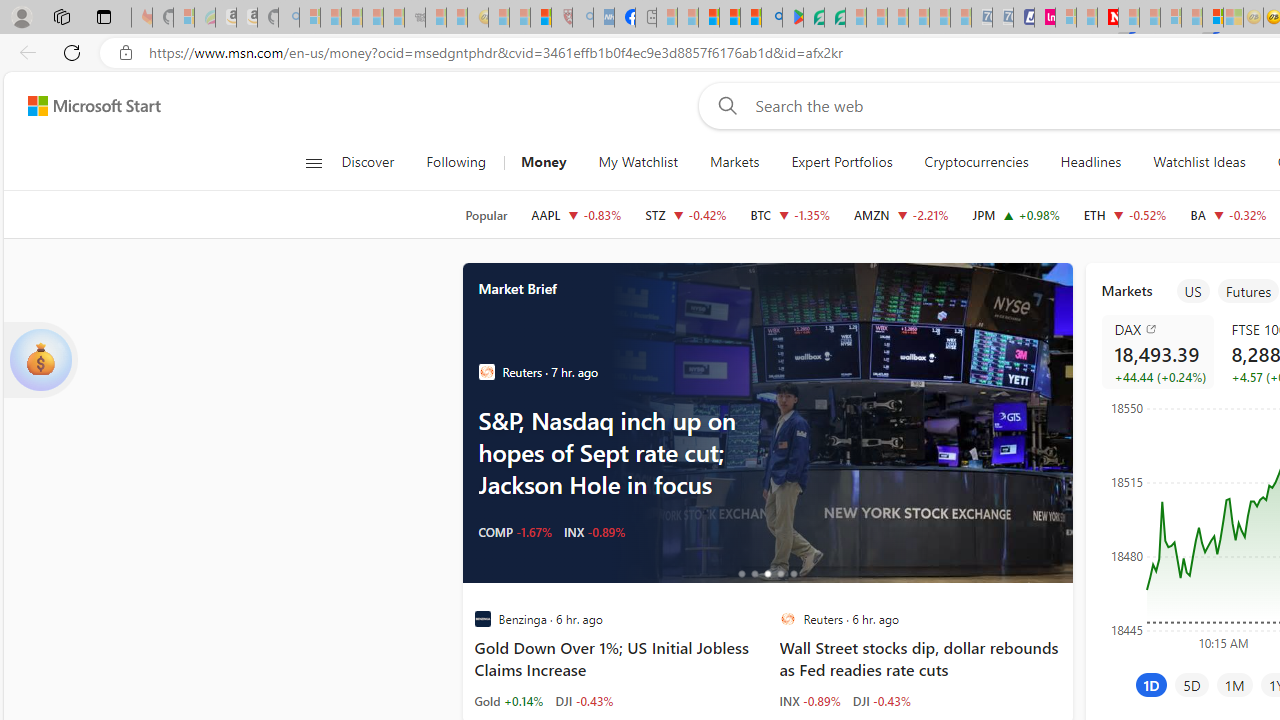 The width and height of the screenshot is (1280, 720). Describe the element at coordinates (1192, 684) in the screenshot. I see `'5D'` at that location.